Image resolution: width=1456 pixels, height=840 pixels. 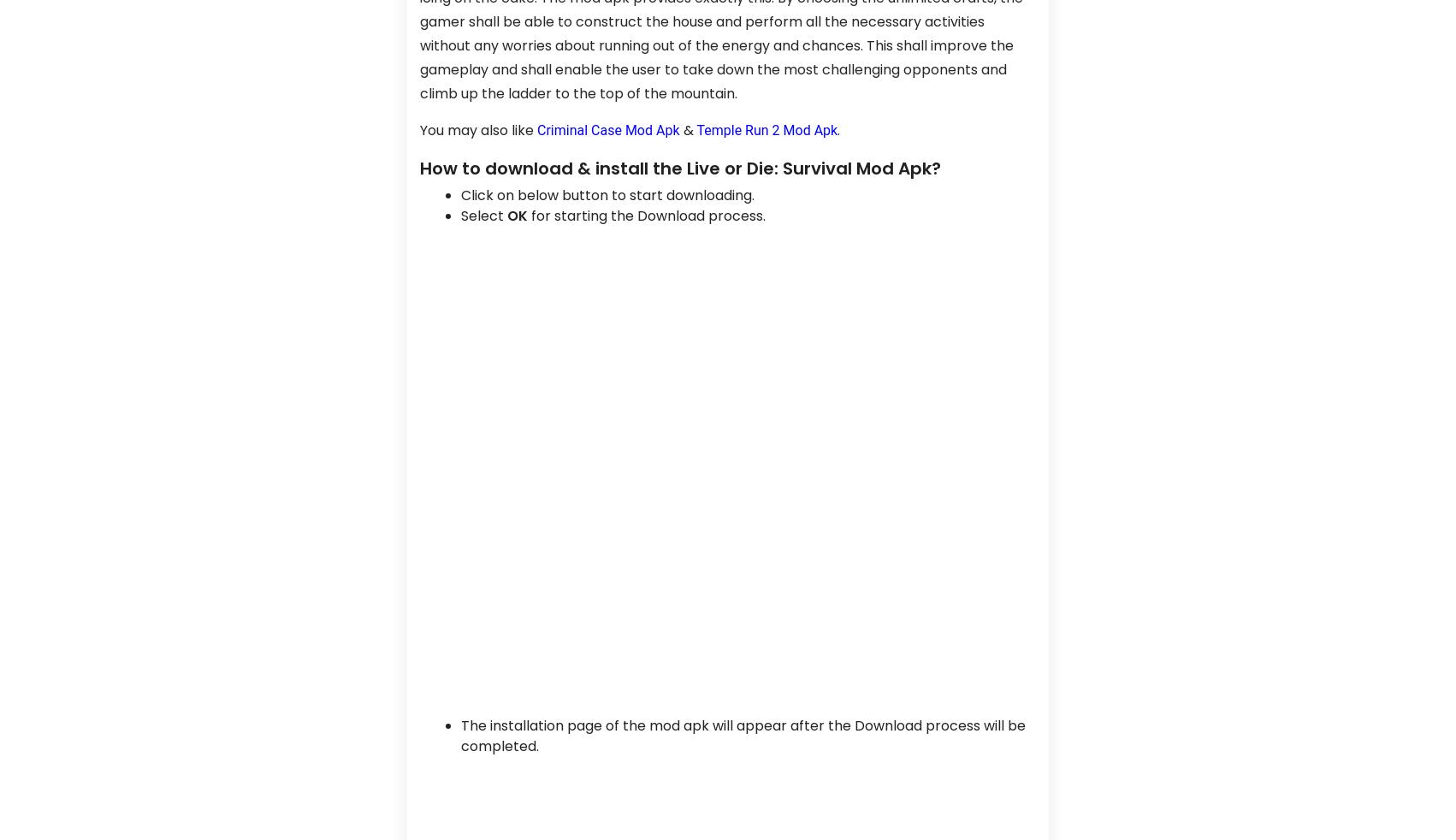 What do you see at coordinates (518, 215) in the screenshot?
I see `'OK'` at bounding box center [518, 215].